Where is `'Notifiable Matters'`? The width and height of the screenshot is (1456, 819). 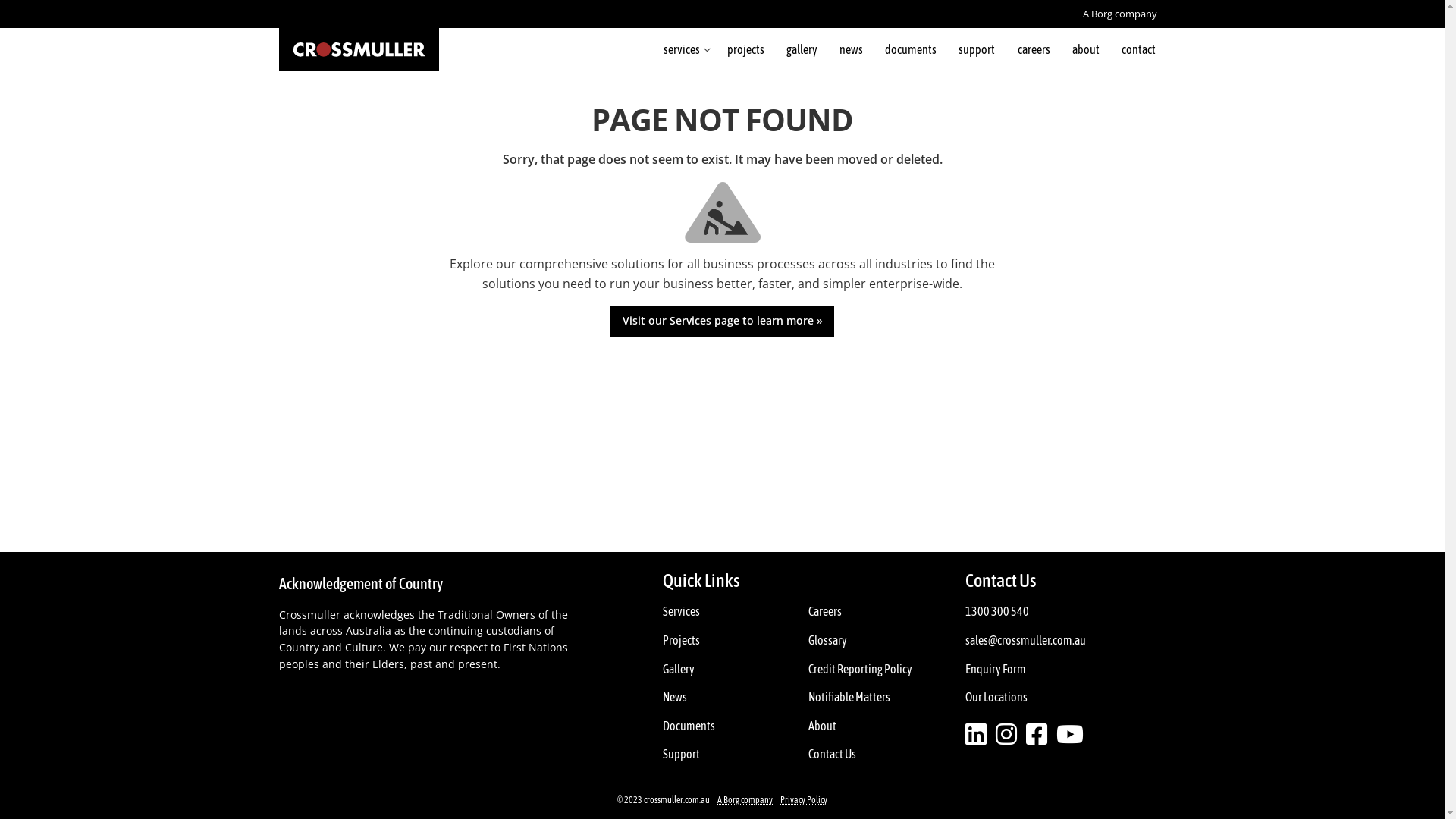
'Notifiable Matters' is located at coordinates (848, 698).